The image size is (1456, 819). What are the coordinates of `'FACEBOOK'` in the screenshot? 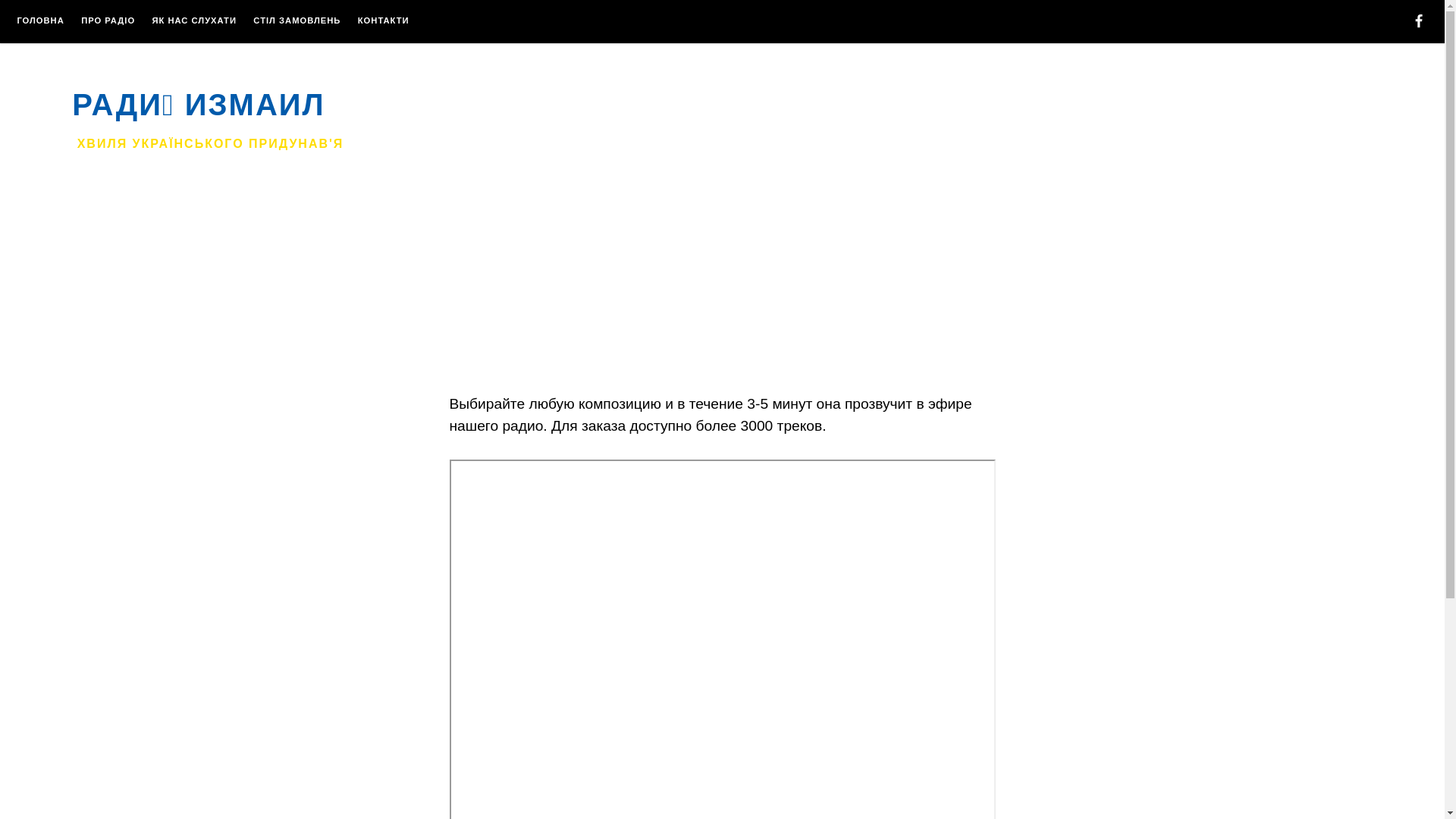 It's located at (1410, 23).